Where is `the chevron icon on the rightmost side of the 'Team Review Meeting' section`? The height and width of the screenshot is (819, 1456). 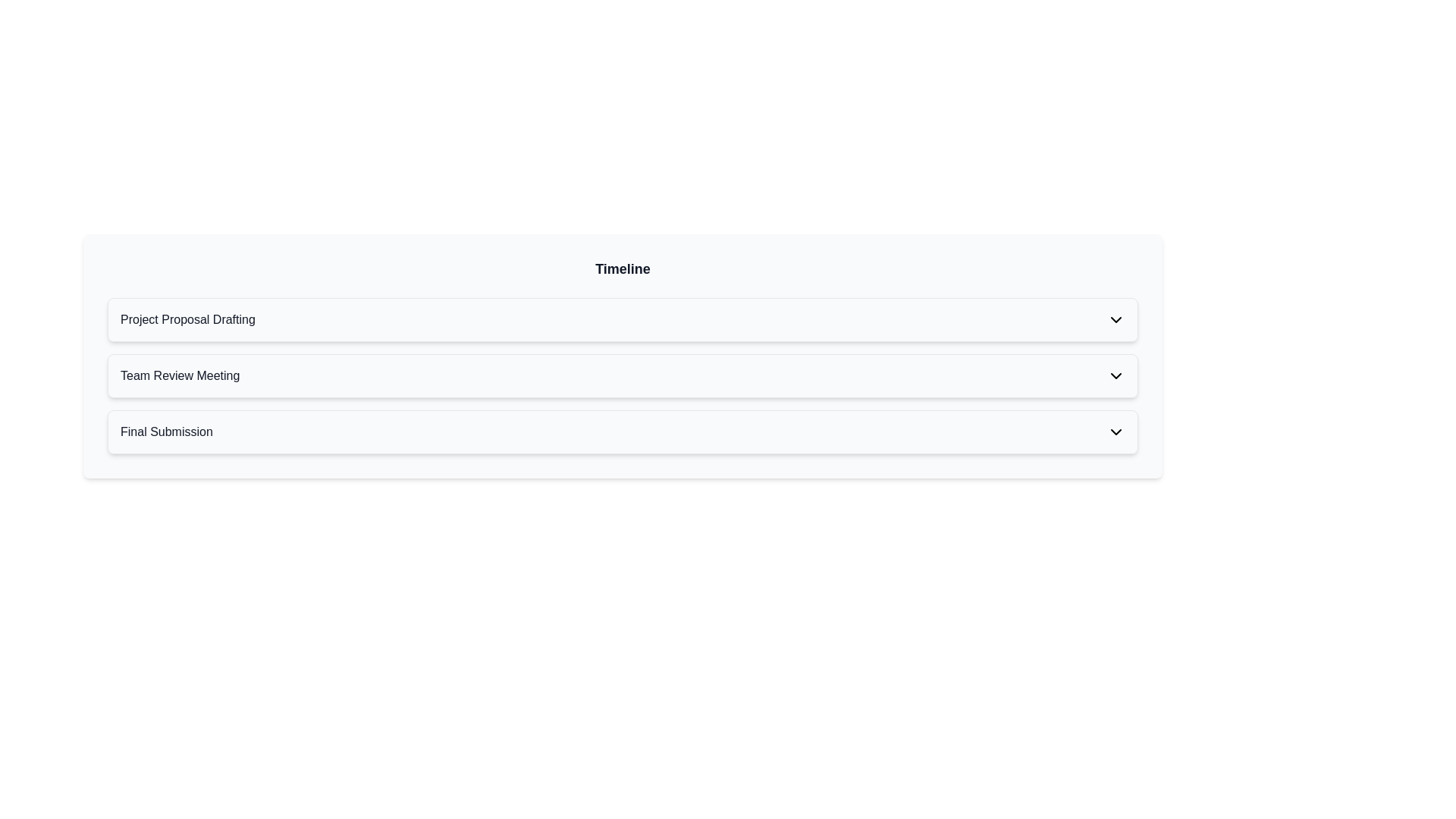 the chevron icon on the rightmost side of the 'Team Review Meeting' section is located at coordinates (1116, 375).